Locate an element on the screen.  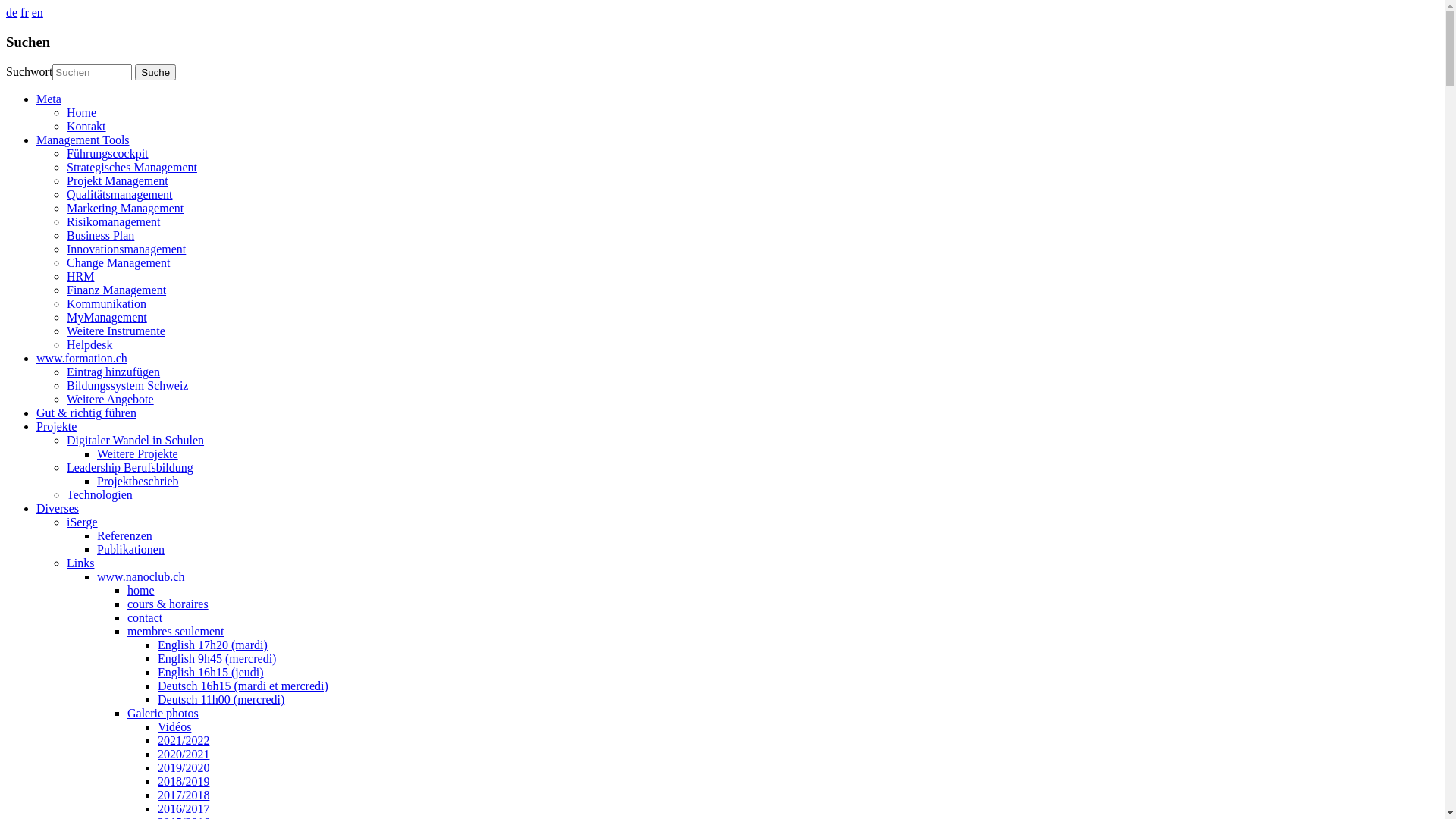
'HRM' is located at coordinates (65, 276).